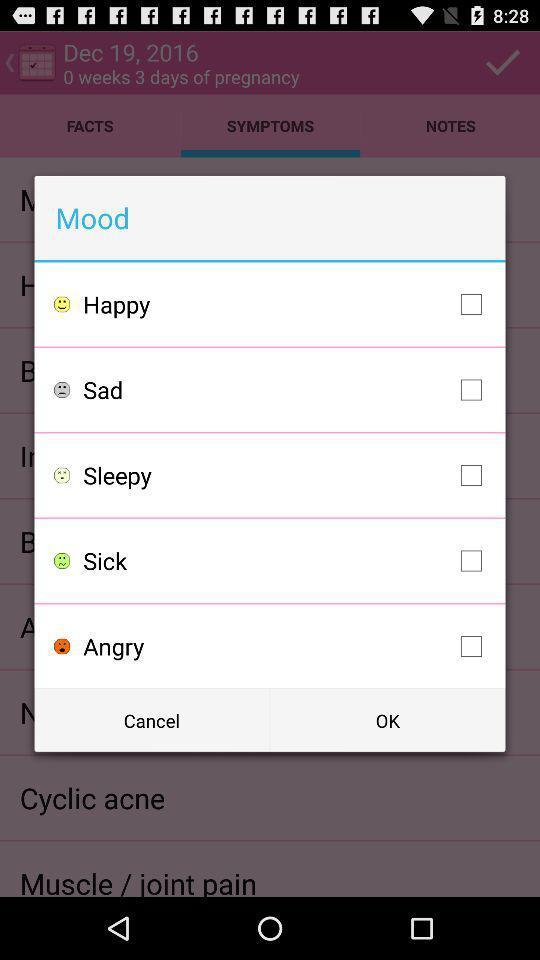 This screenshot has height=960, width=540. Describe the element at coordinates (286, 561) in the screenshot. I see `icon below sleepy` at that location.